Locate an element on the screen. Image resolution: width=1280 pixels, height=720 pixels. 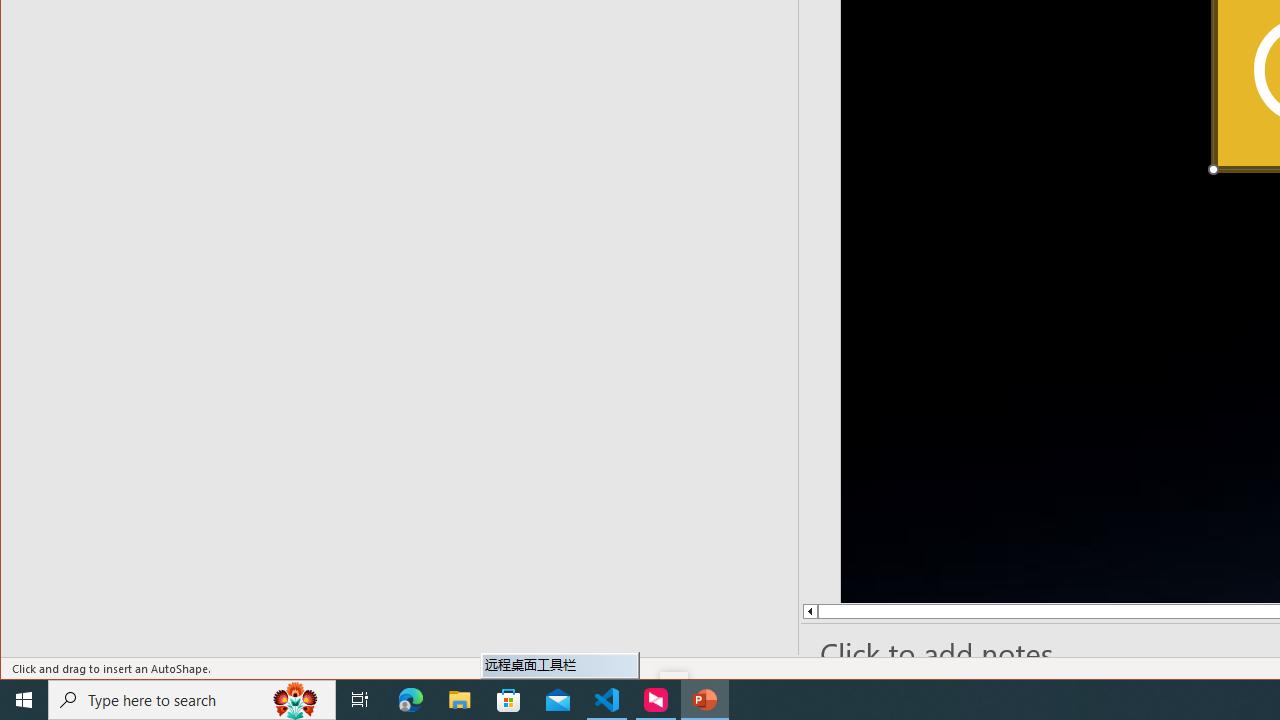
'Microsoft Store' is located at coordinates (509, 698).